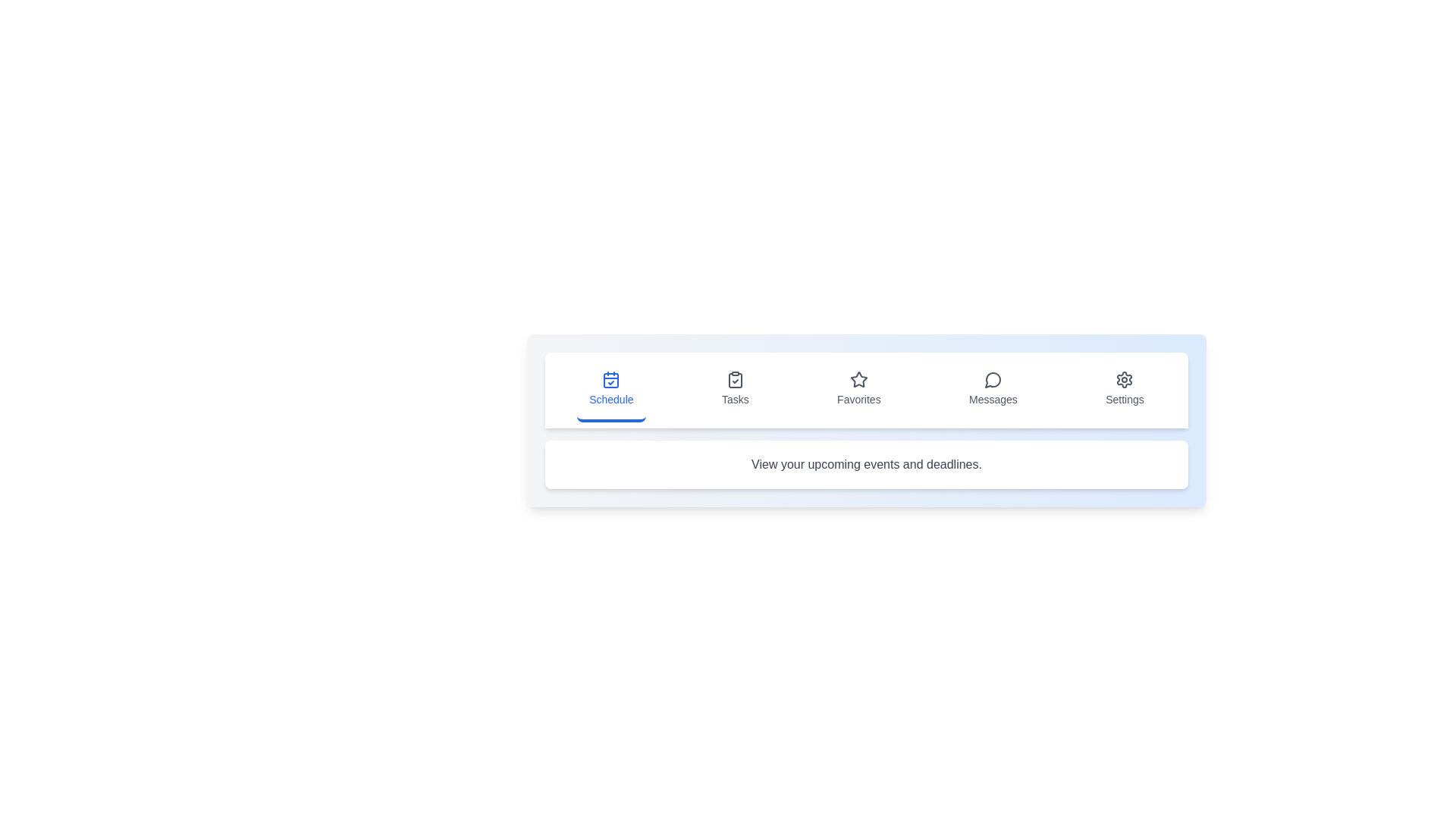 This screenshot has width=1456, height=819. Describe the element at coordinates (858, 390) in the screenshot. I see `the tab labeled Favorites` at that location.